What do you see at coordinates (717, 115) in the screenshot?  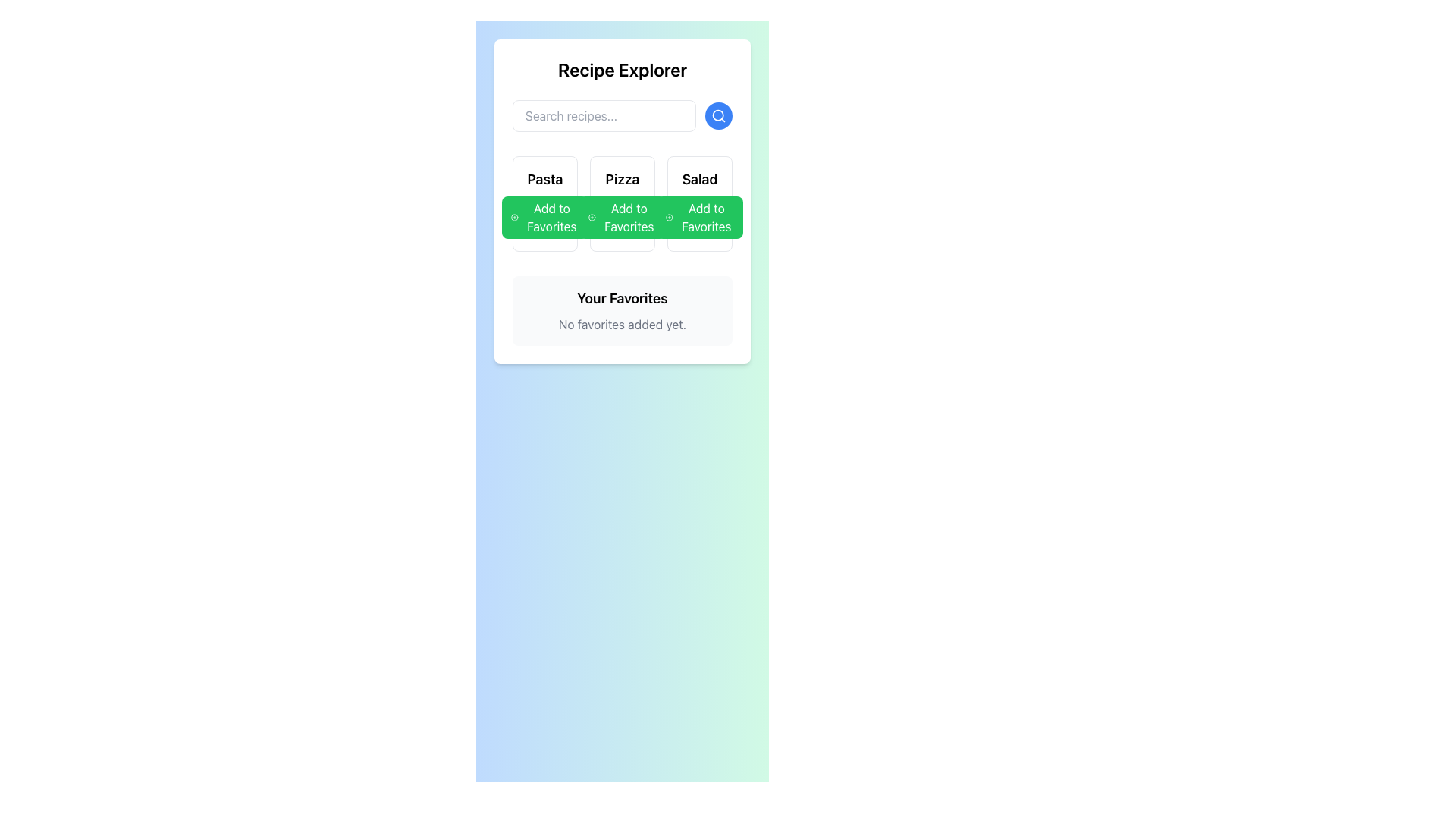 I see `the SVG Circle element that symbolizes the lens of the magnifying glass in the search icon located in the upper-right corner of the 'Recipe Explorer' panel` at bounding box center [717, 115].